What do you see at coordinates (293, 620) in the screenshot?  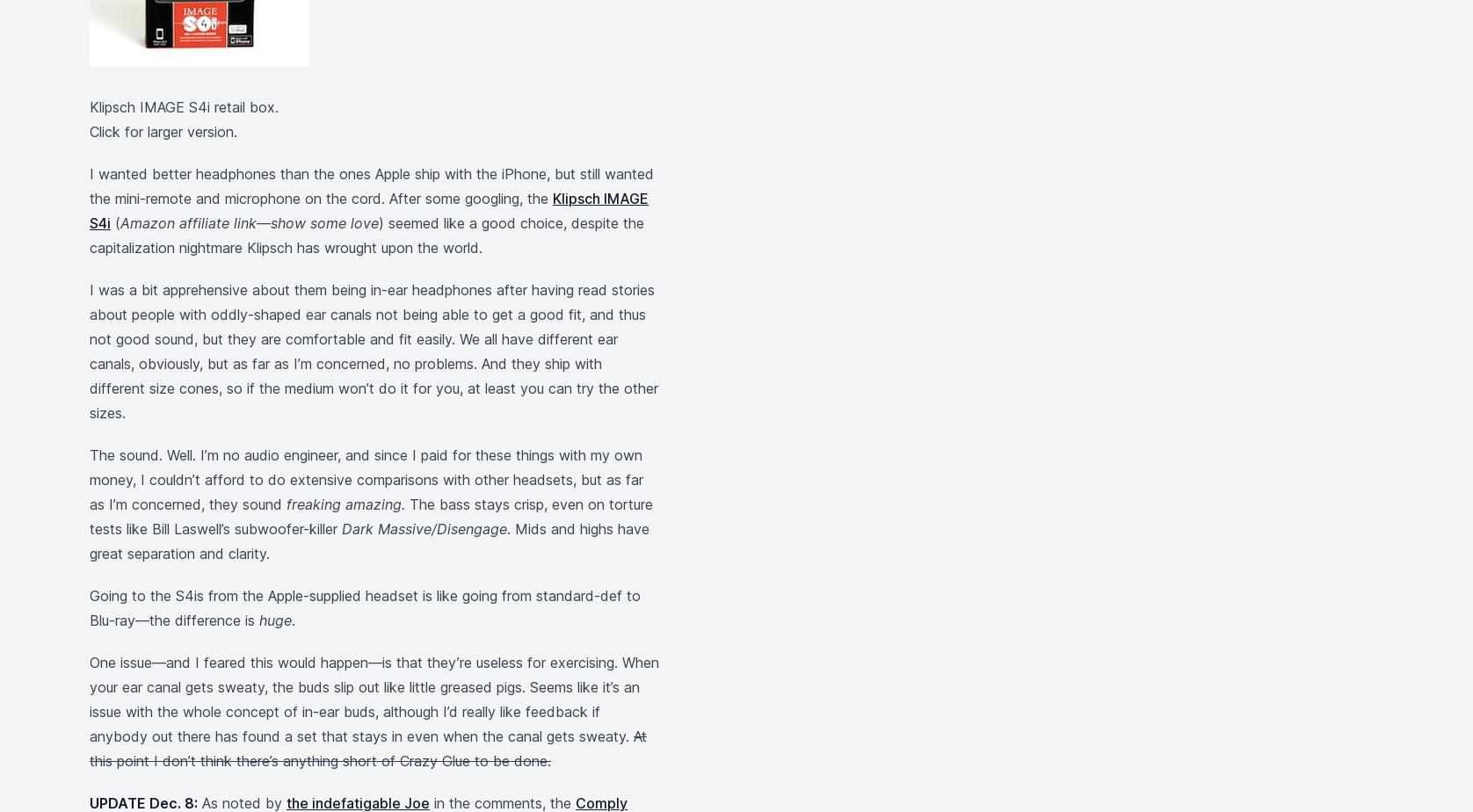 I see `'.'` at bounding box center [293, 620].